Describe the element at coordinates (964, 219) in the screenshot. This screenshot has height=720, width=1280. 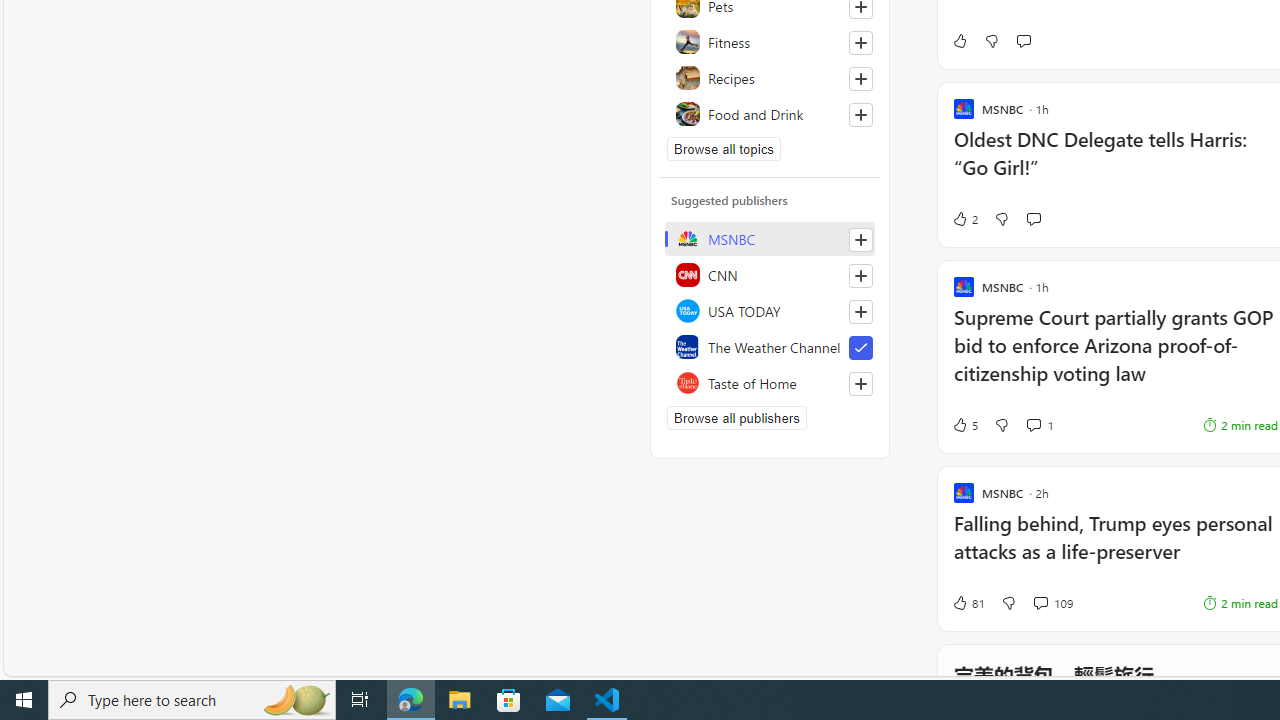
I see `'2 Like'` at that location.